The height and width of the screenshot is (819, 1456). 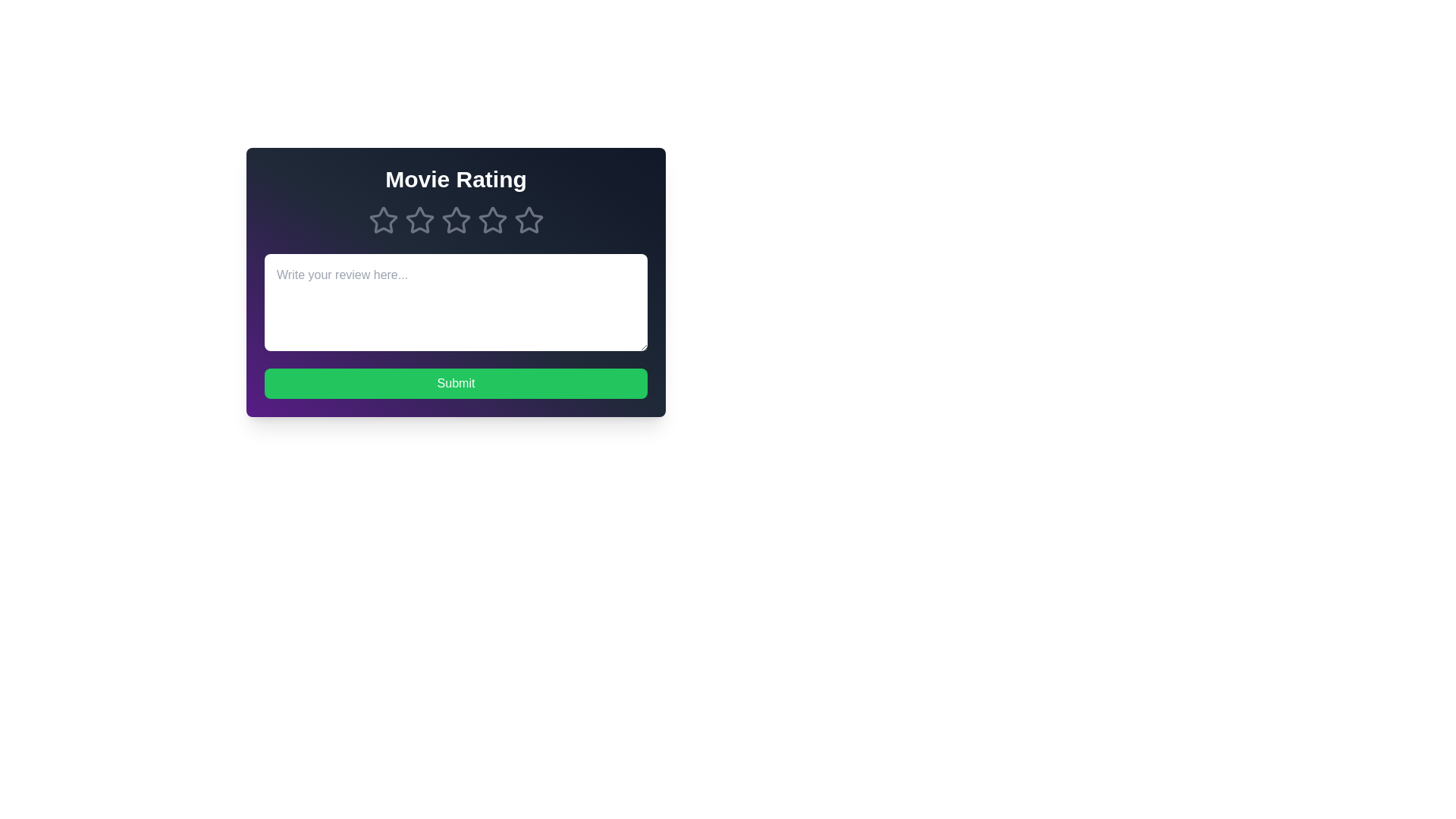 I want to click on the movie rating to 1 stars by clicking on the respective star, so click(x=383, y=220).